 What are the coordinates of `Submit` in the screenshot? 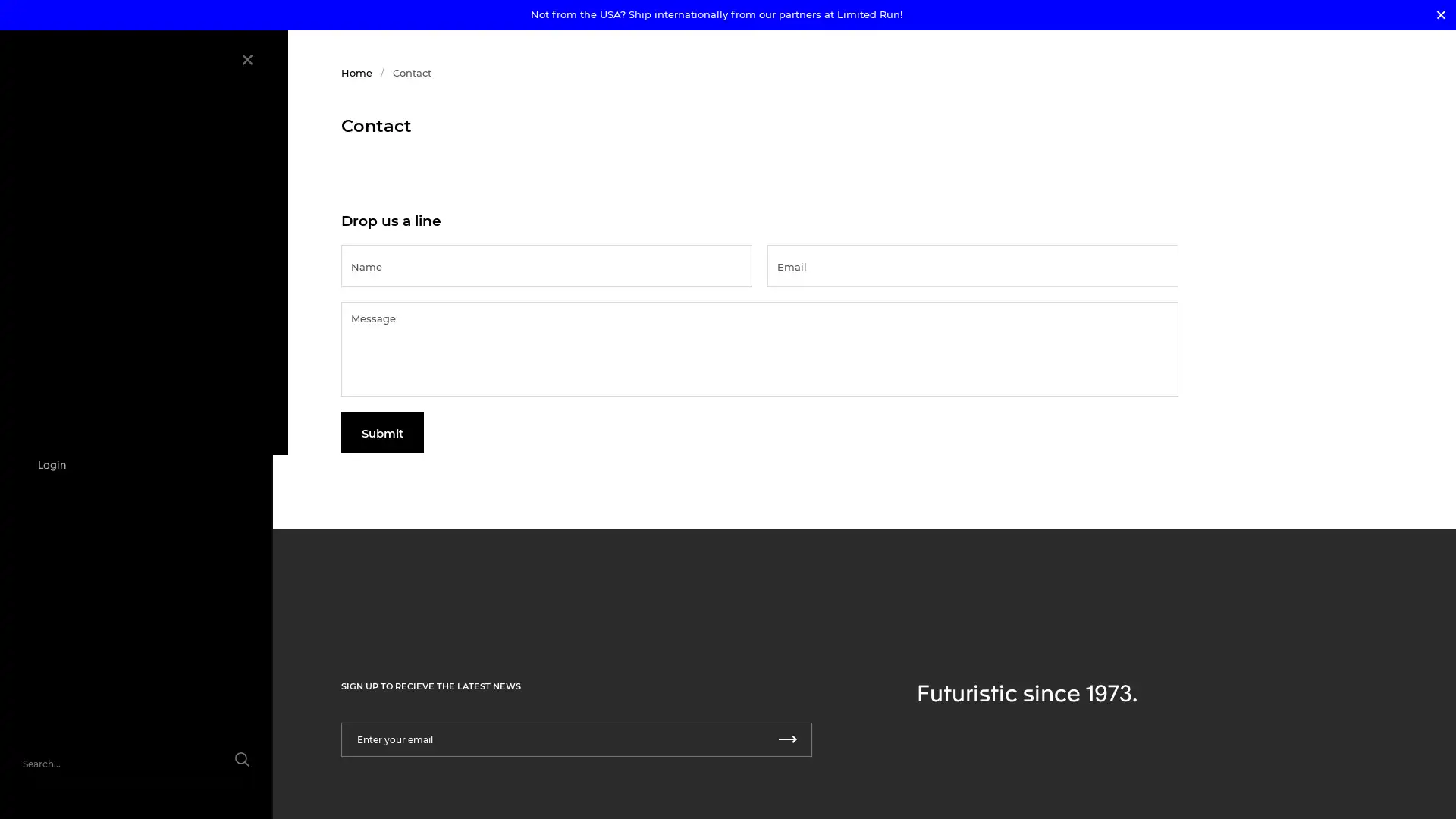 It's located at (382, 432).